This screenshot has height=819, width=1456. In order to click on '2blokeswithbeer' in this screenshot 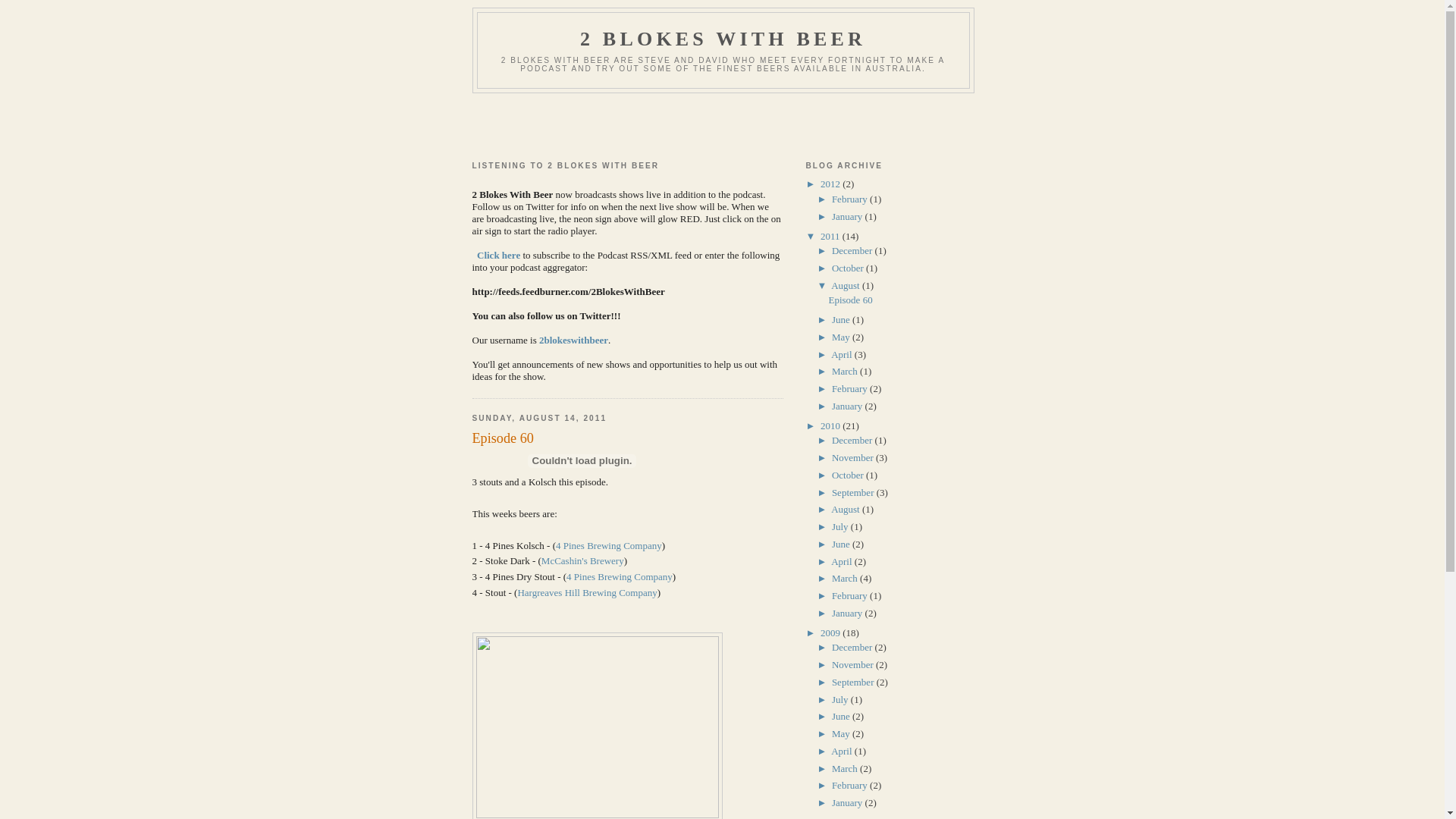, I will do `click(573, 339)`.